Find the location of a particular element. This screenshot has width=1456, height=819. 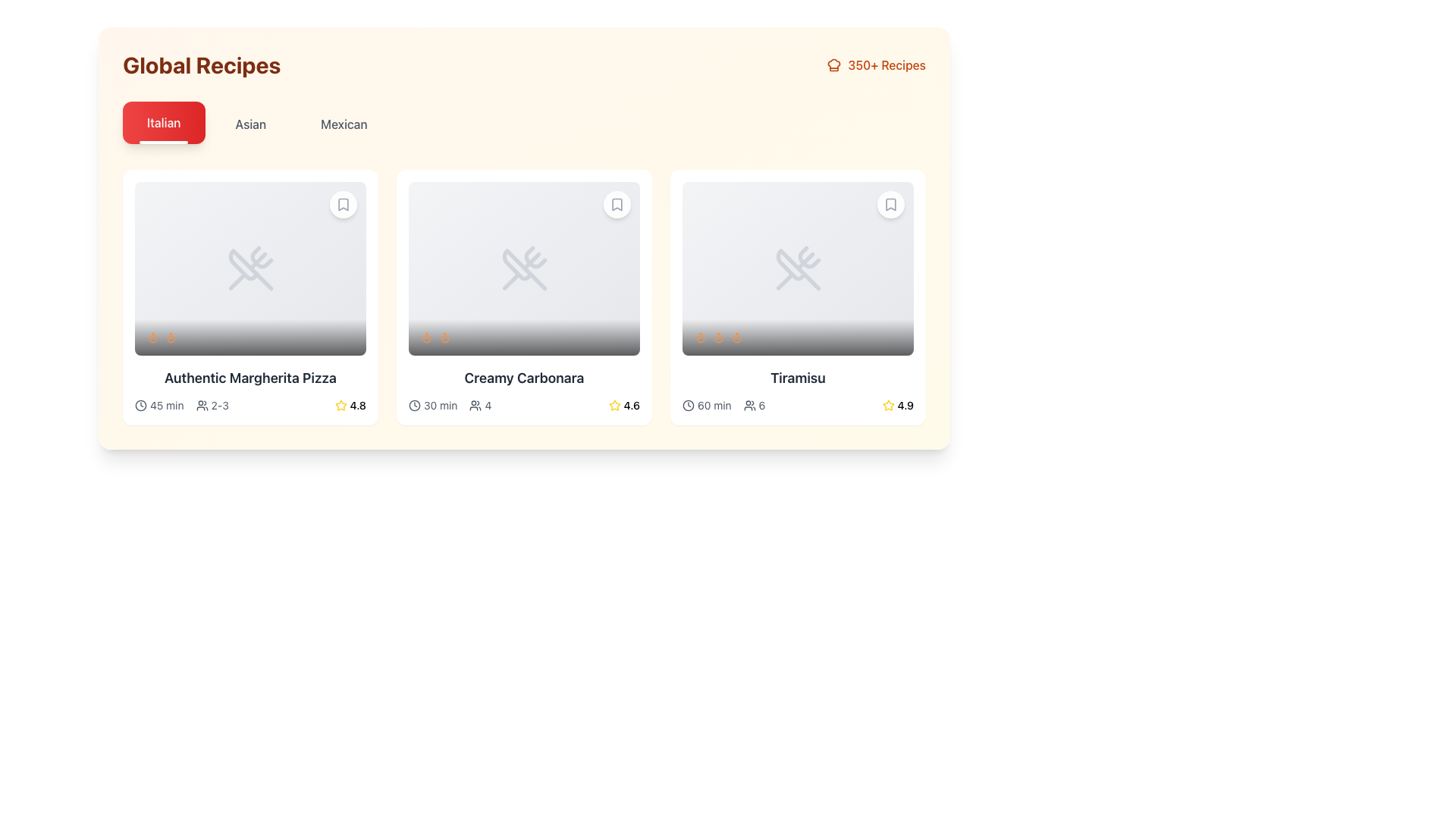

the icon depicting a group of people, which is styled with a rounded outline and filled with a neutral color, located to the left of the text '4' in the 'Creamy Carbonara' section is located at coordinates (475, 404).